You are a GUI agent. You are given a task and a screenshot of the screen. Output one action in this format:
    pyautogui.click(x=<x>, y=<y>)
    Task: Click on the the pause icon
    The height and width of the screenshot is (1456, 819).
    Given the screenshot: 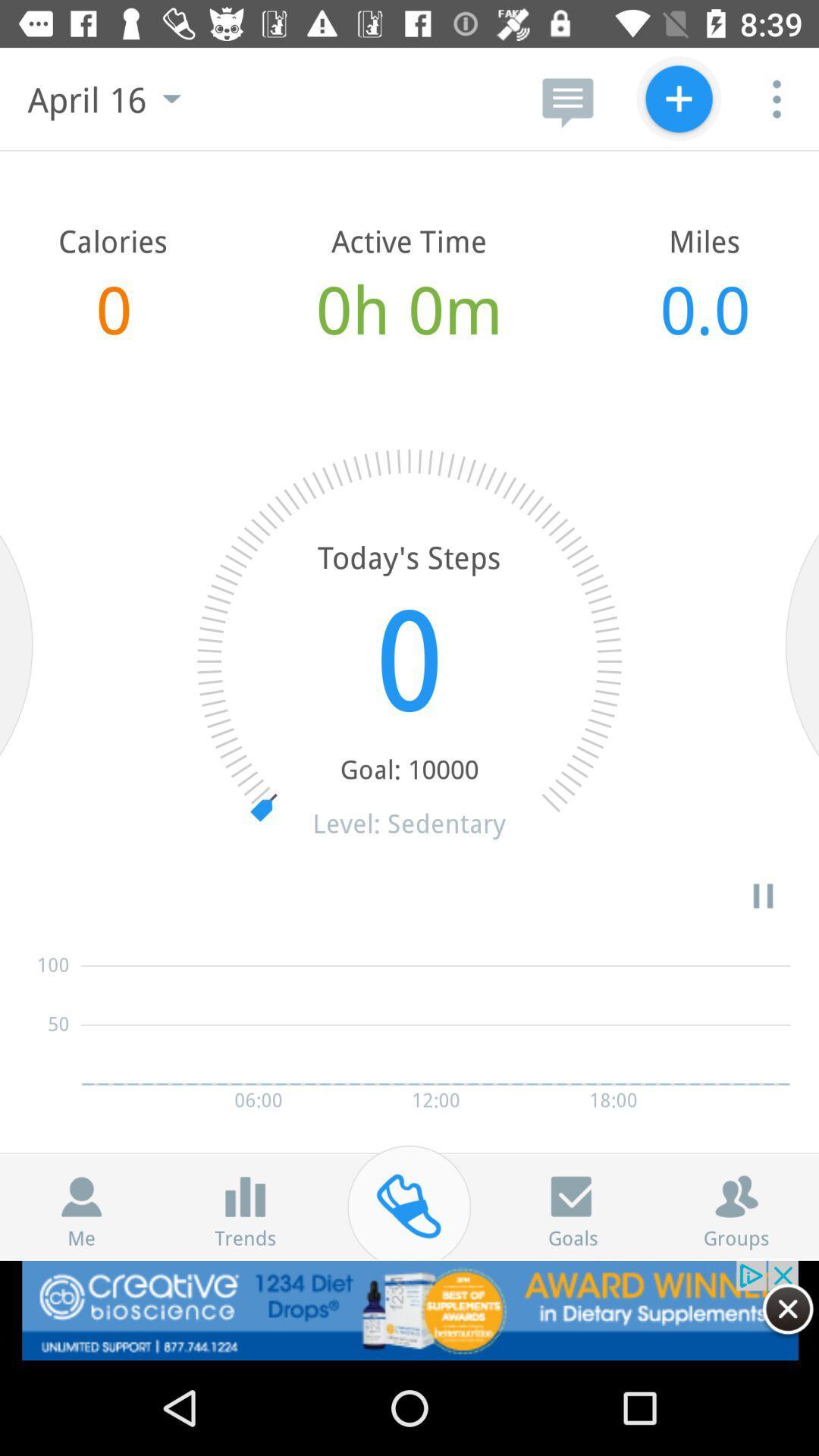 What is the action you would take?
    pyautogui.click(x=244, y=1196)
    